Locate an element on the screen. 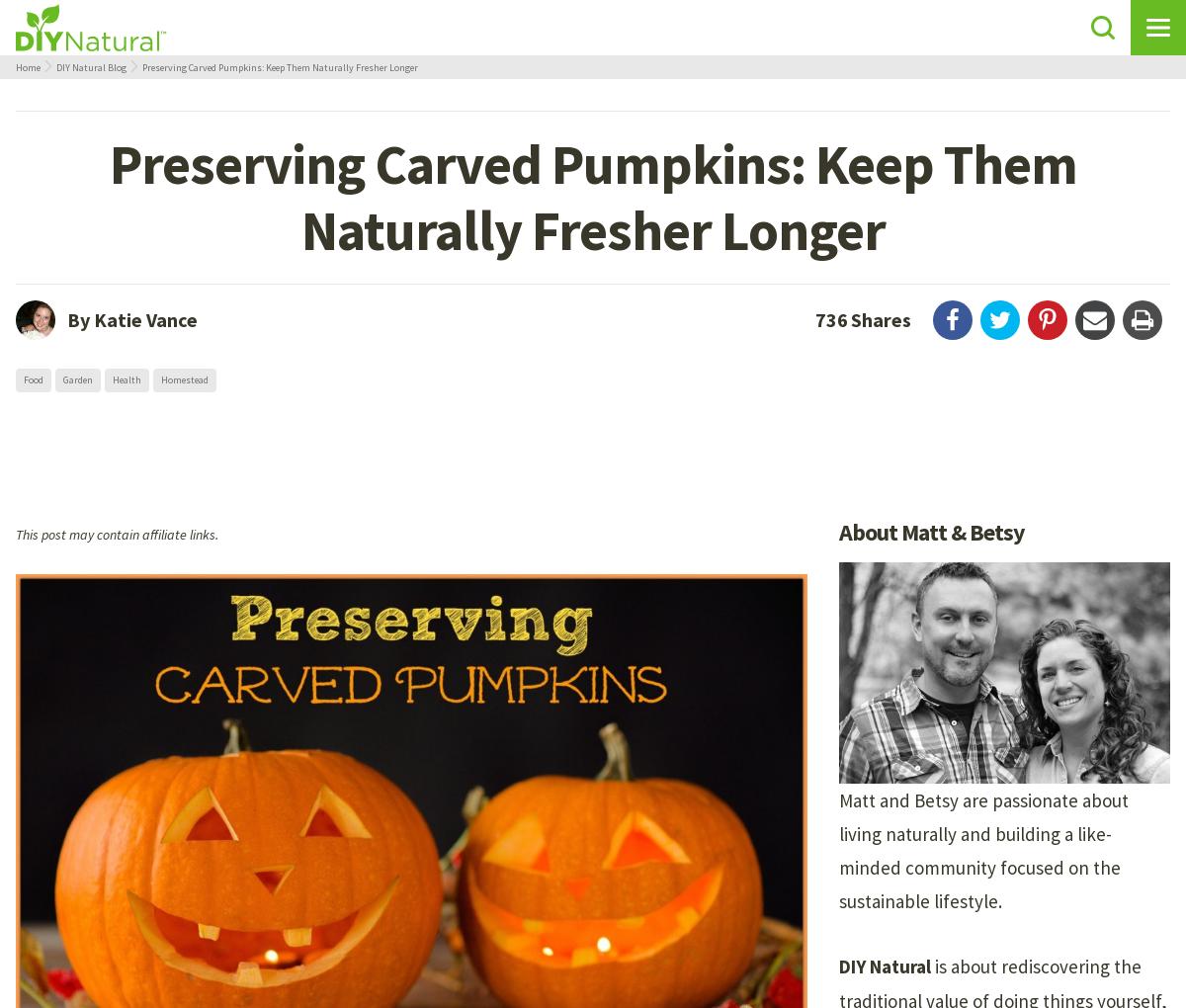 This screenshot has height=1008, width=1186. 'Matt and Betsy are passionate about living naturally and building a like-minded community focused on the sustainable lifestyle.' is located at coordinates (983, 849).